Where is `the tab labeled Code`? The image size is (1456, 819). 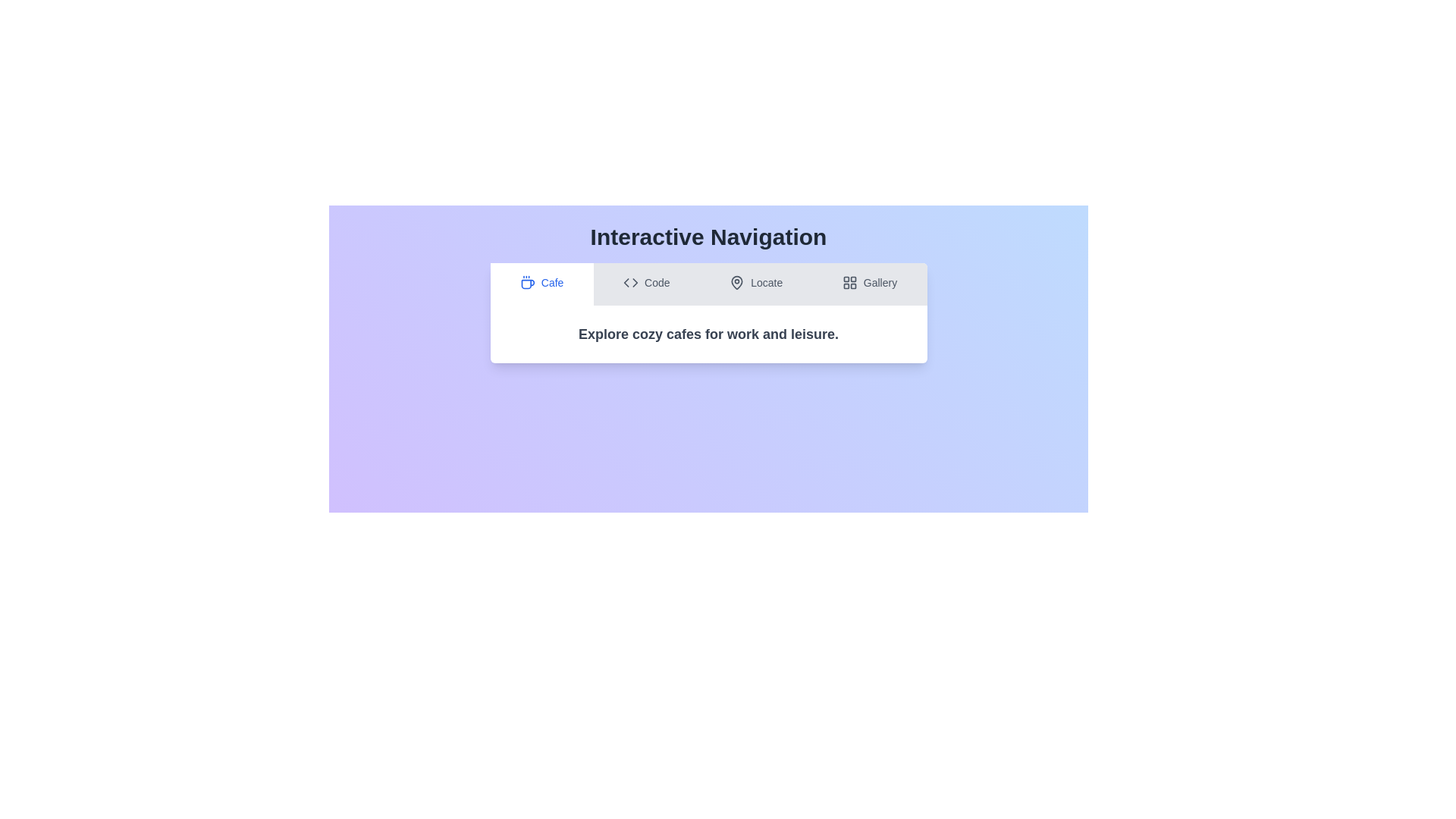 the tab labeled Code is located at coordinates (646, 284).